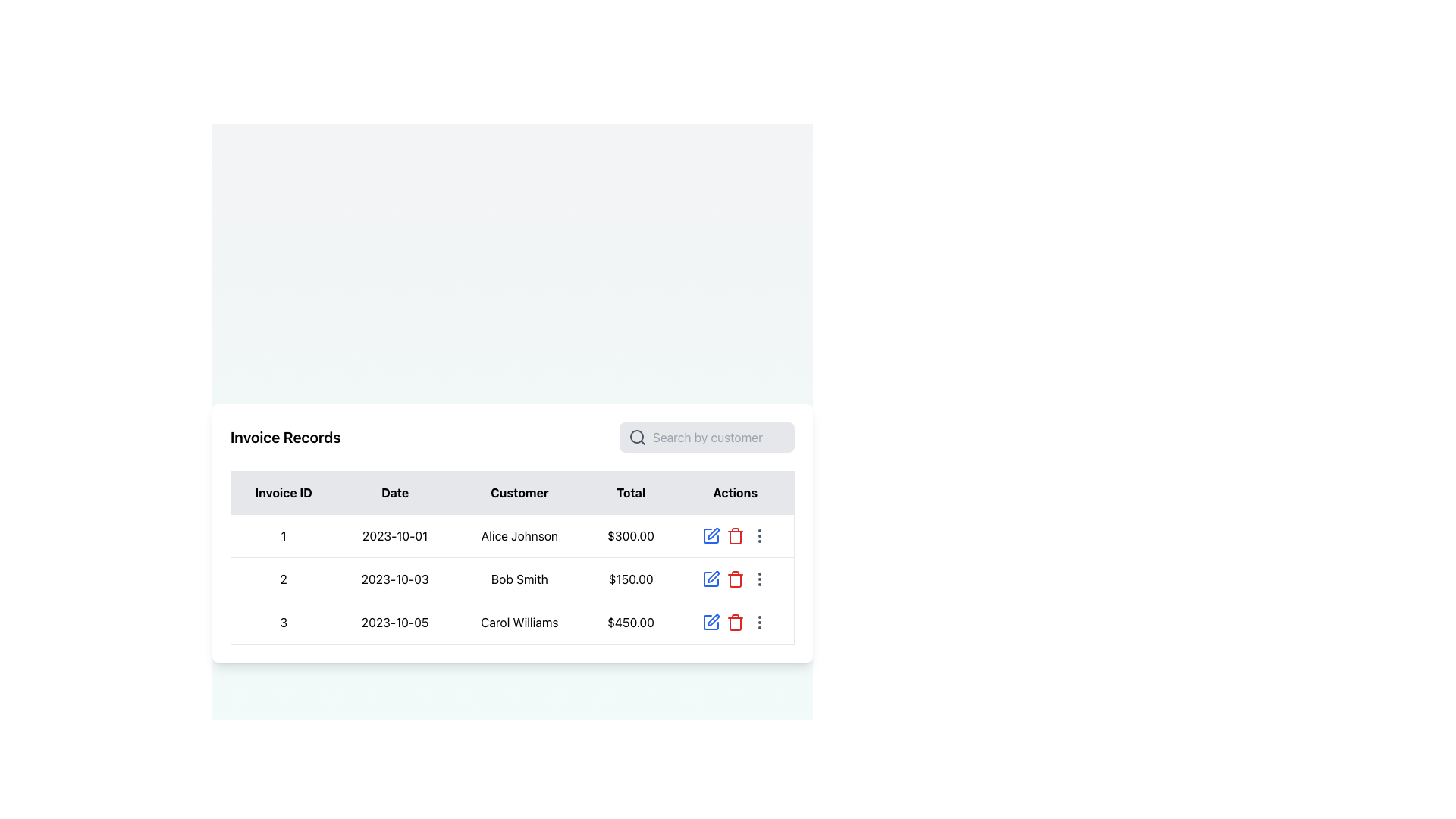 The image size is (1456, 819). Describe the element at coordinates (735, 622) in the screenshot. I see `the red trash can icon in the 'Actions' column` at that location.